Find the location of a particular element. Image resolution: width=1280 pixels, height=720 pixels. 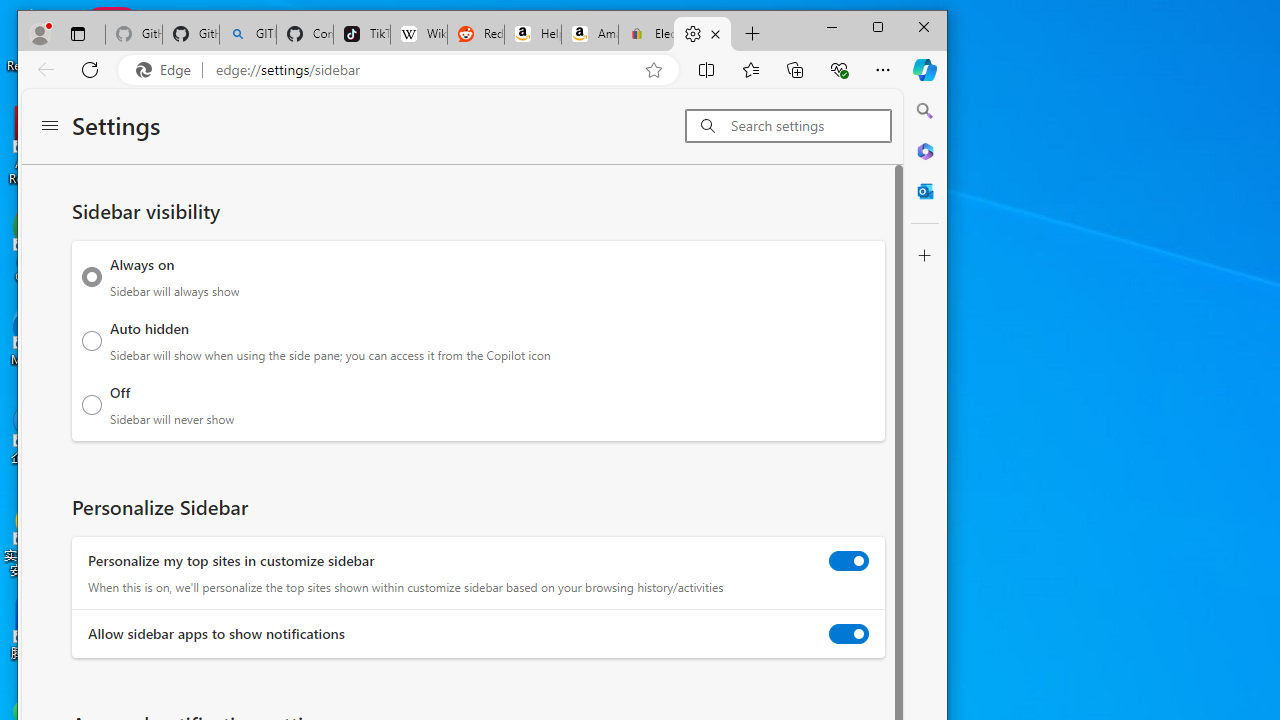

'Settings menu' is located at coordinates (49, 126).